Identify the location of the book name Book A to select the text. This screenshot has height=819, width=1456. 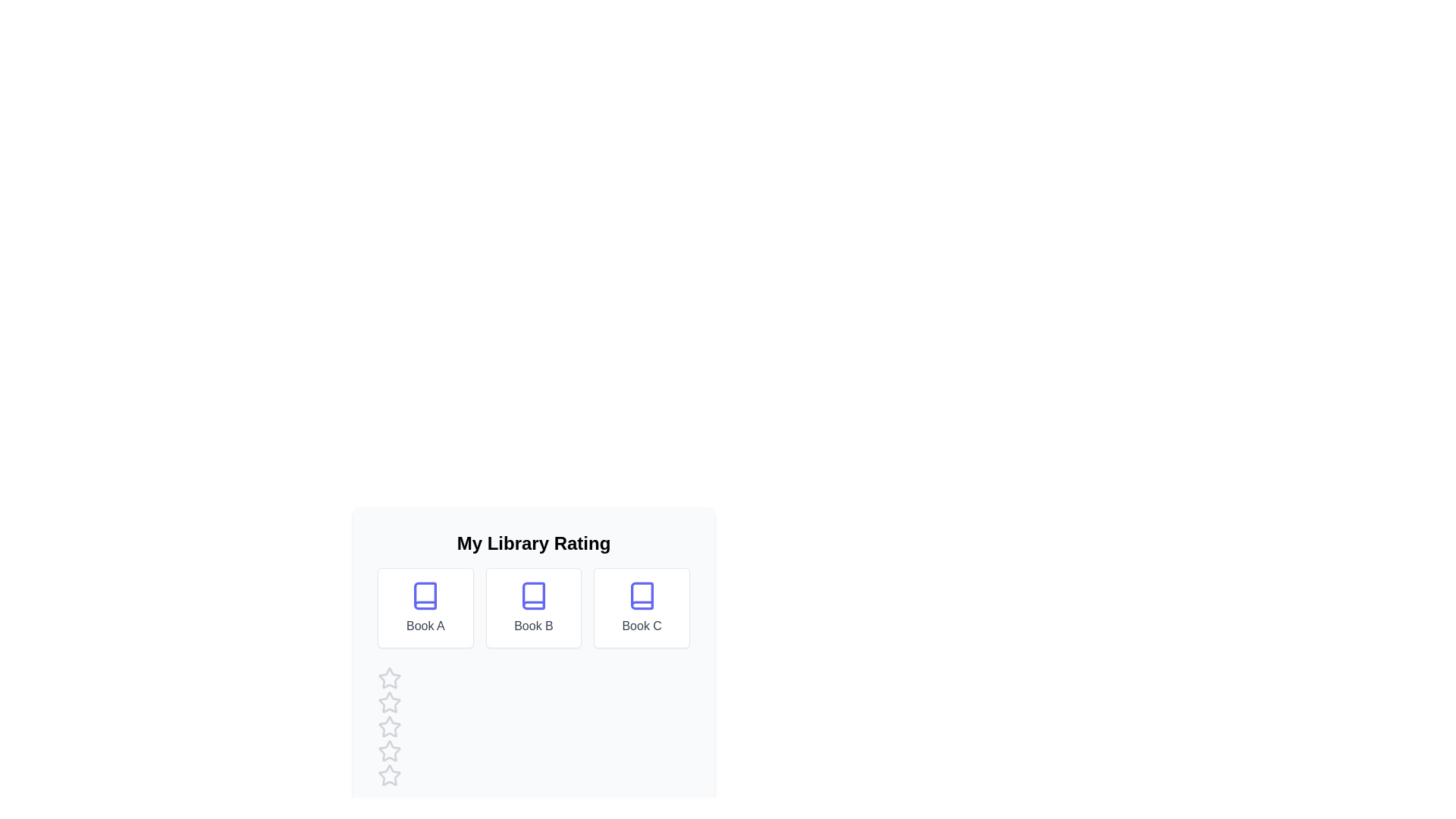
(425, 626).